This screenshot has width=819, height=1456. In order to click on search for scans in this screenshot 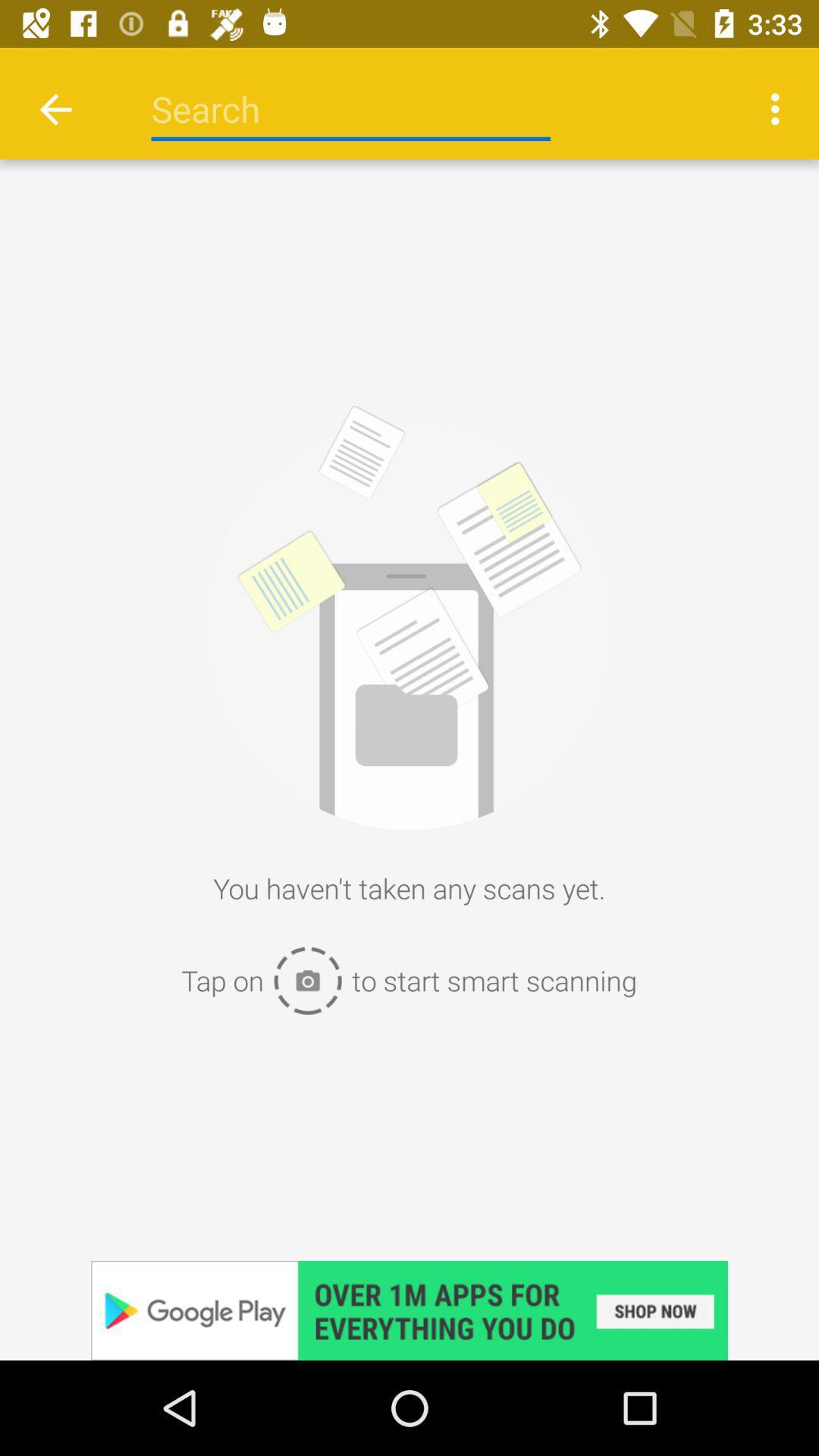, I will do `click(350, 108)`.